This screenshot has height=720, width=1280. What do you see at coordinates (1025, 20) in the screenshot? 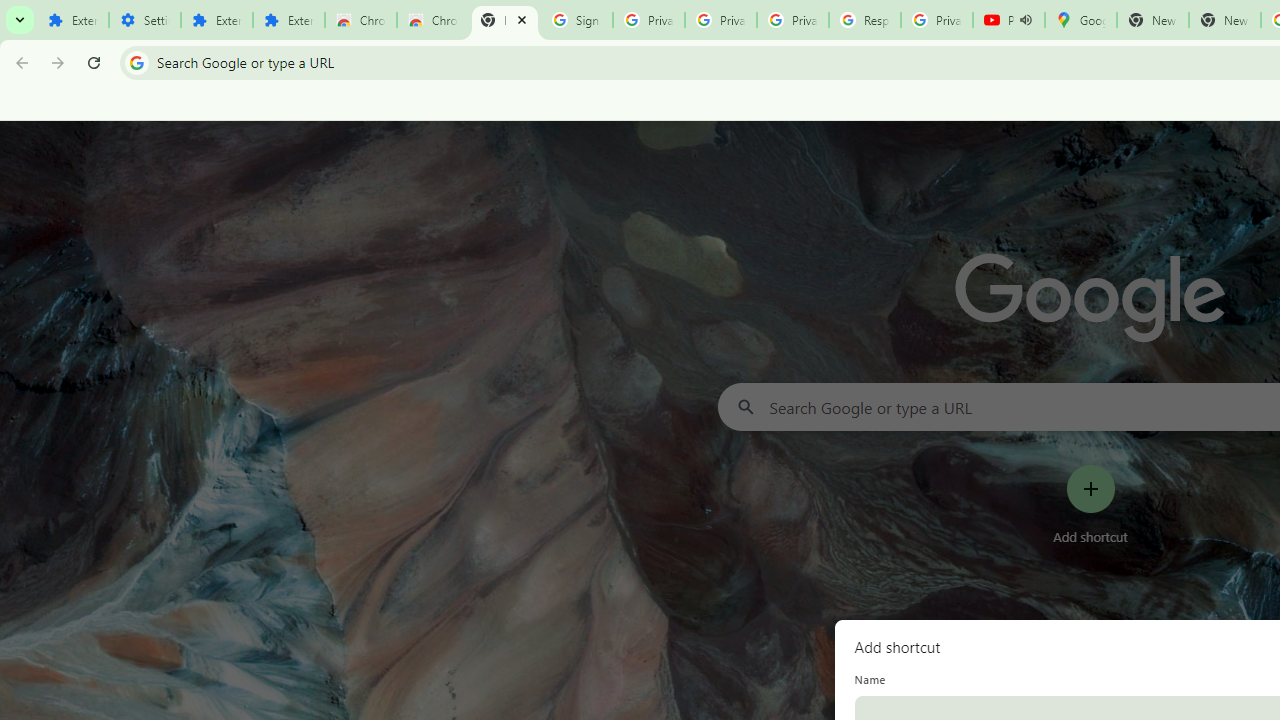
I see `'Mute tab'` at bounding box center [1025, 20].